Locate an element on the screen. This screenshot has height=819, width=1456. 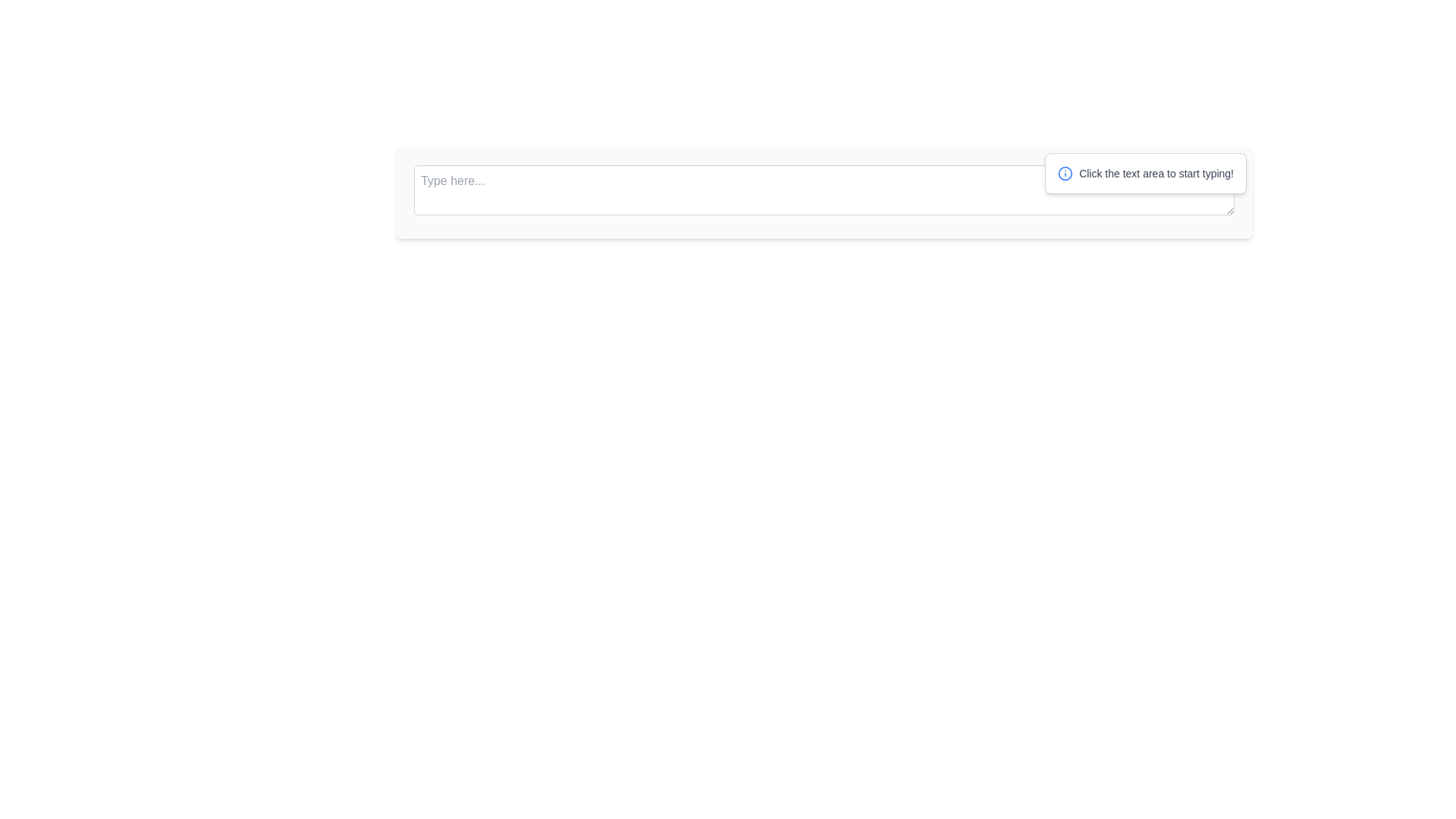
the informational notification box located in the top-right corner above the text entry field is located at coordinates (1146, 172).